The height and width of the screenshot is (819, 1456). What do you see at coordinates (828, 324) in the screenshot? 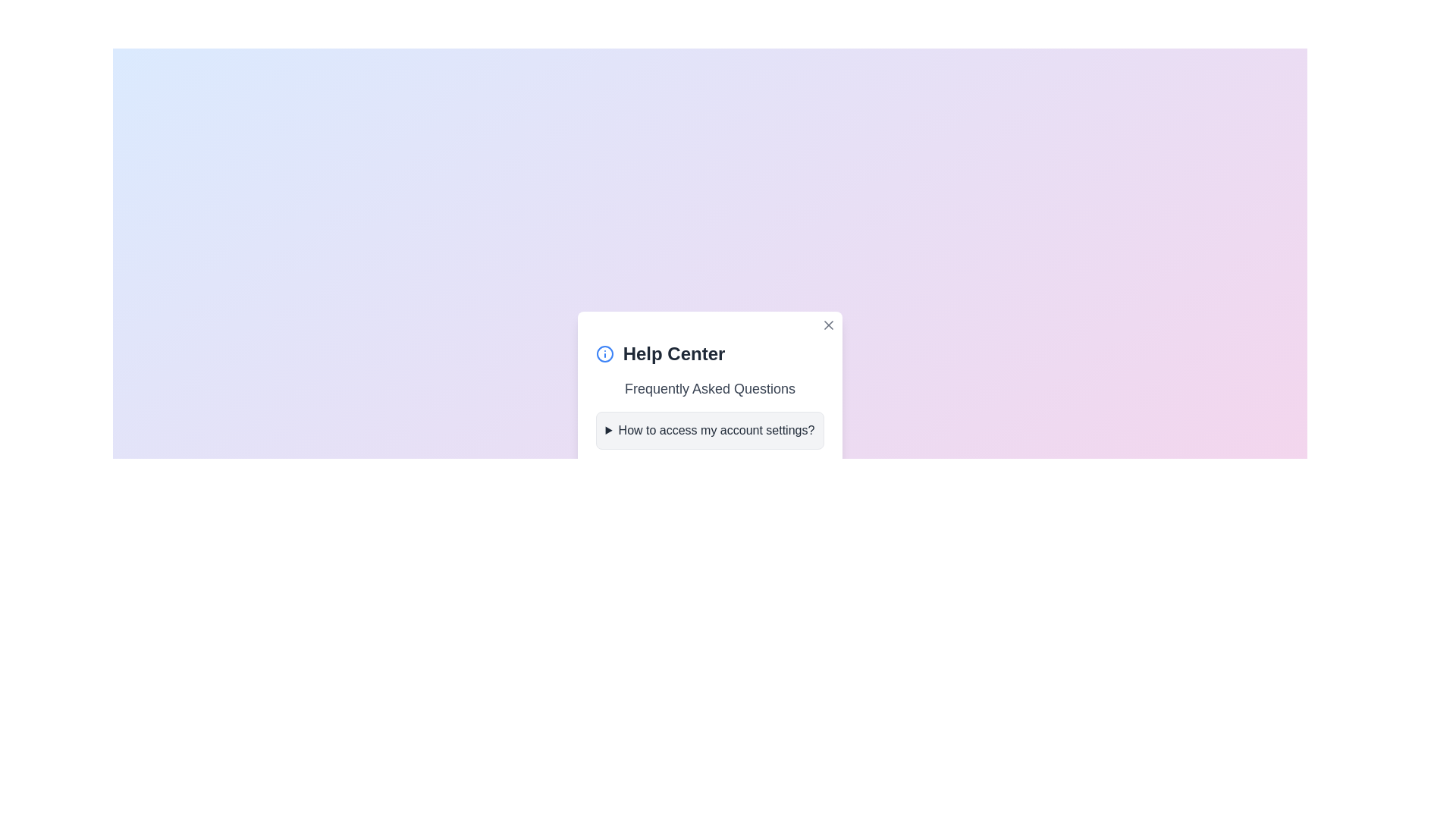
I see `the small 'X' icon close button located` at bounding box center [828, 324].